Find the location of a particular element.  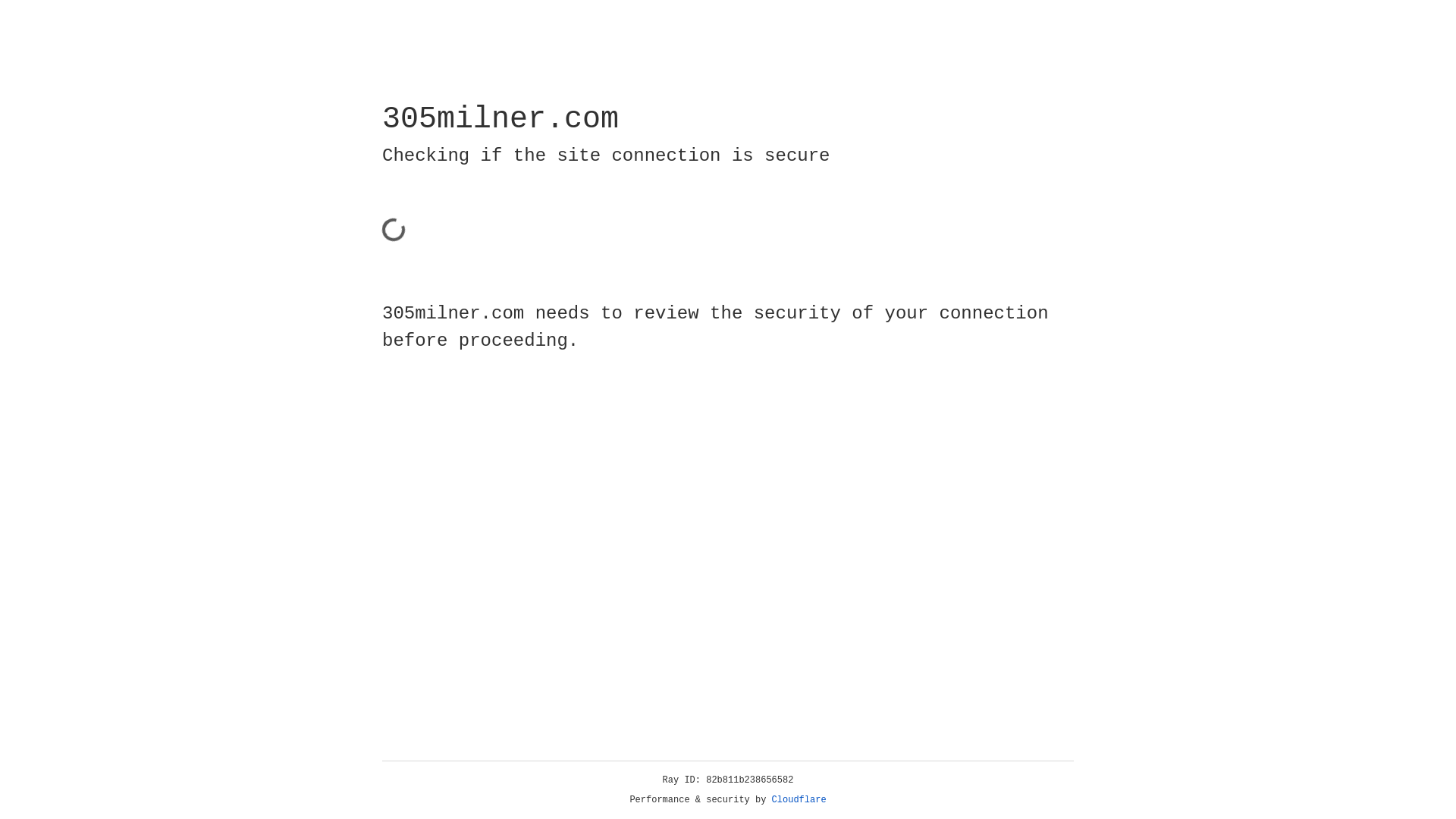

'Cloudflare' is located at coordinates (799, 799).